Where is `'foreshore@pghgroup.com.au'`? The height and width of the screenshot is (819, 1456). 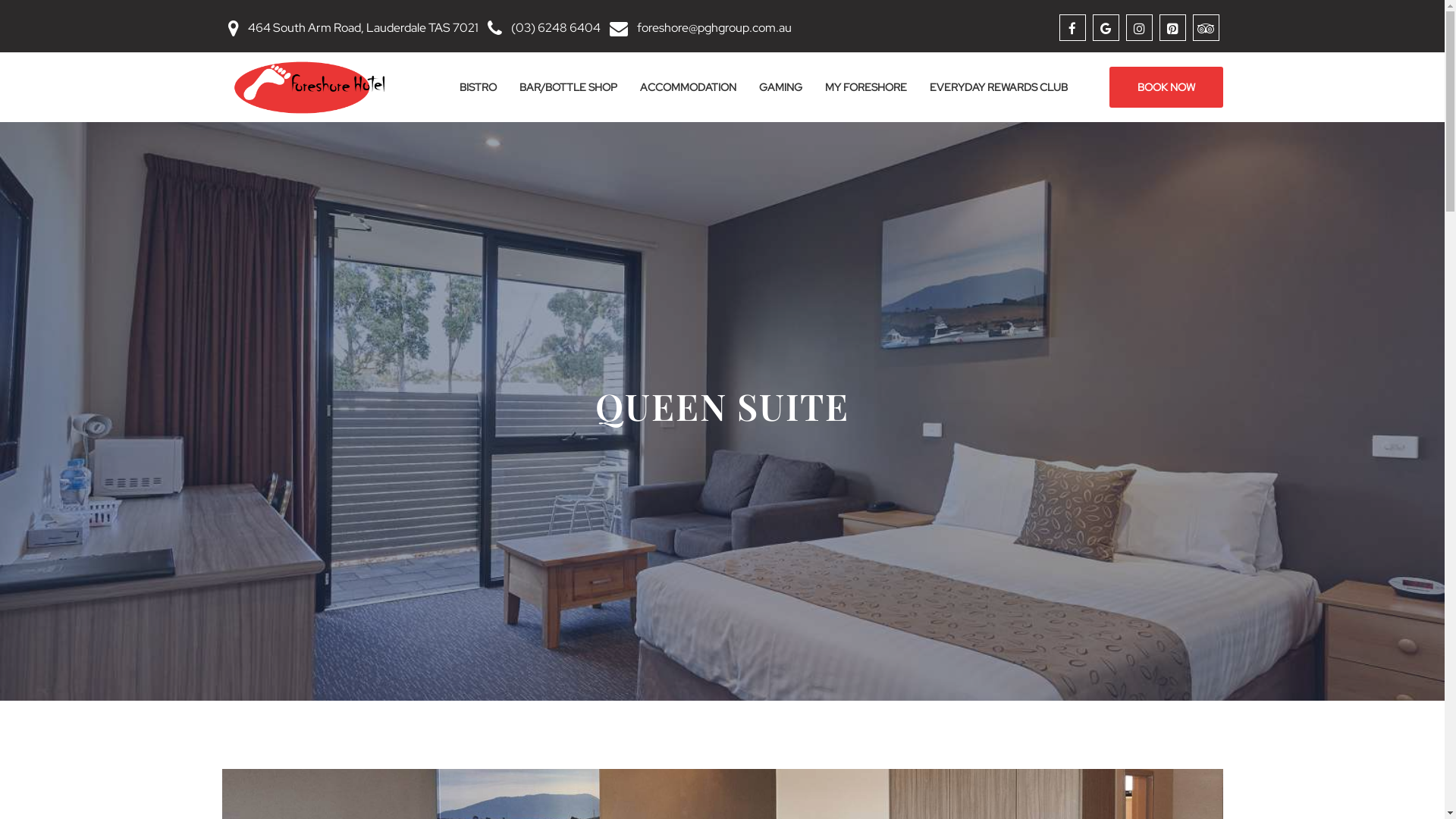
'foreshore@pghgroup.com.au' is located at coordinates (713, 27).